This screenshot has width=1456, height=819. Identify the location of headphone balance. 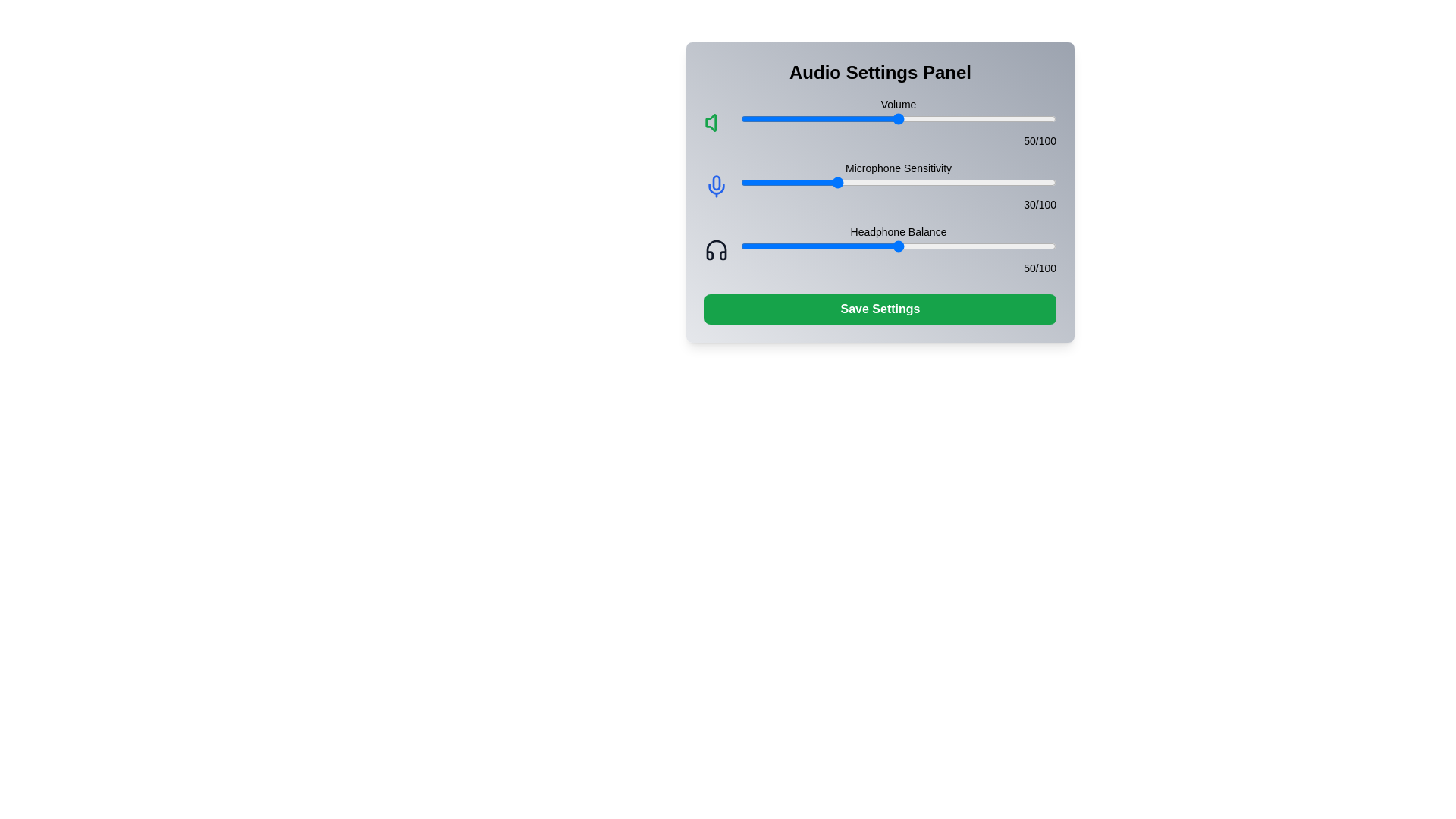
(760, 245).